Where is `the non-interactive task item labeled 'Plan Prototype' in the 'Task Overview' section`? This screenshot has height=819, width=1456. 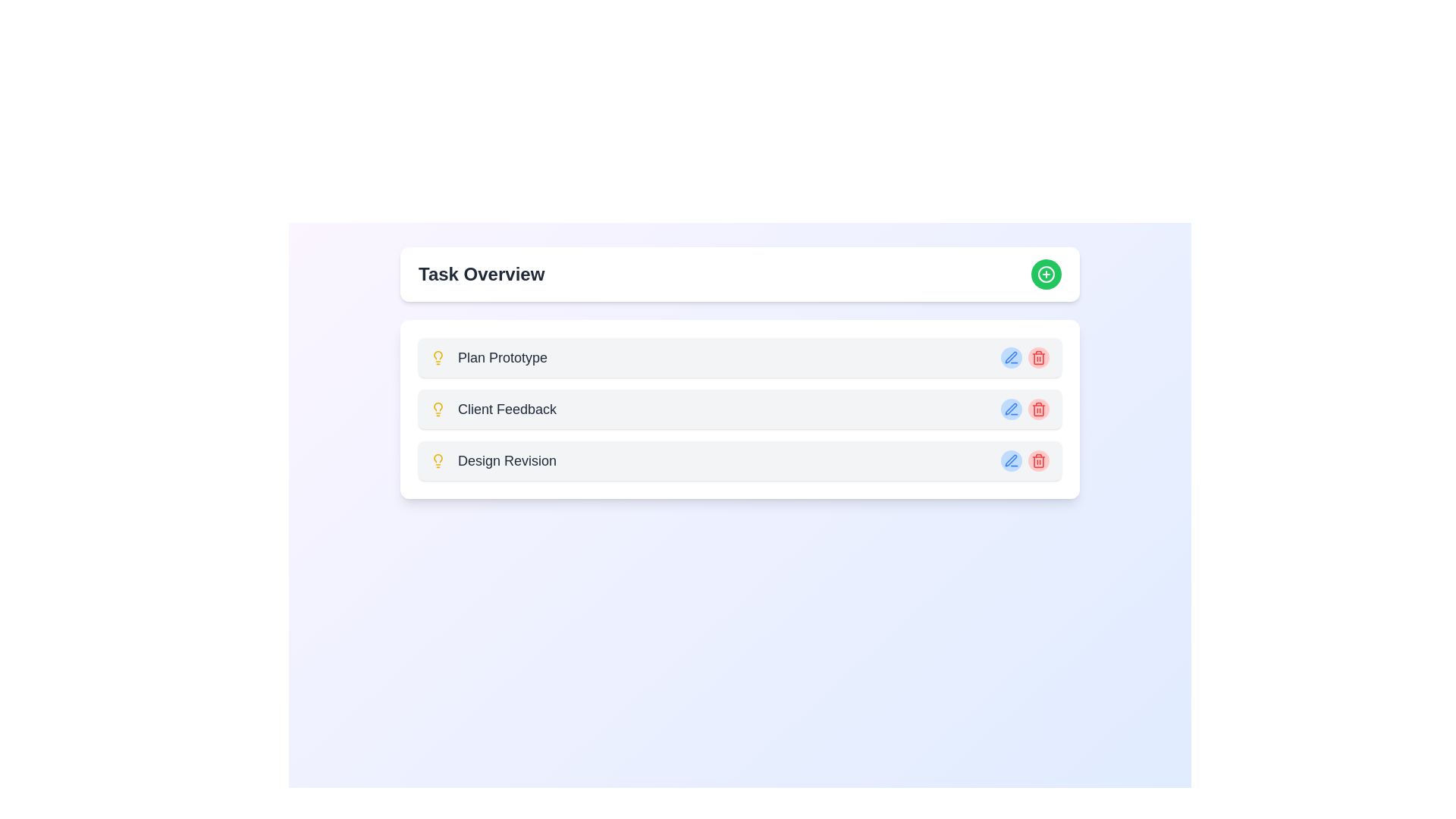 the non-interactive task item labeled 'Plan Prototype' in the 'Task Overview' section is located at coordinates (489, 357).